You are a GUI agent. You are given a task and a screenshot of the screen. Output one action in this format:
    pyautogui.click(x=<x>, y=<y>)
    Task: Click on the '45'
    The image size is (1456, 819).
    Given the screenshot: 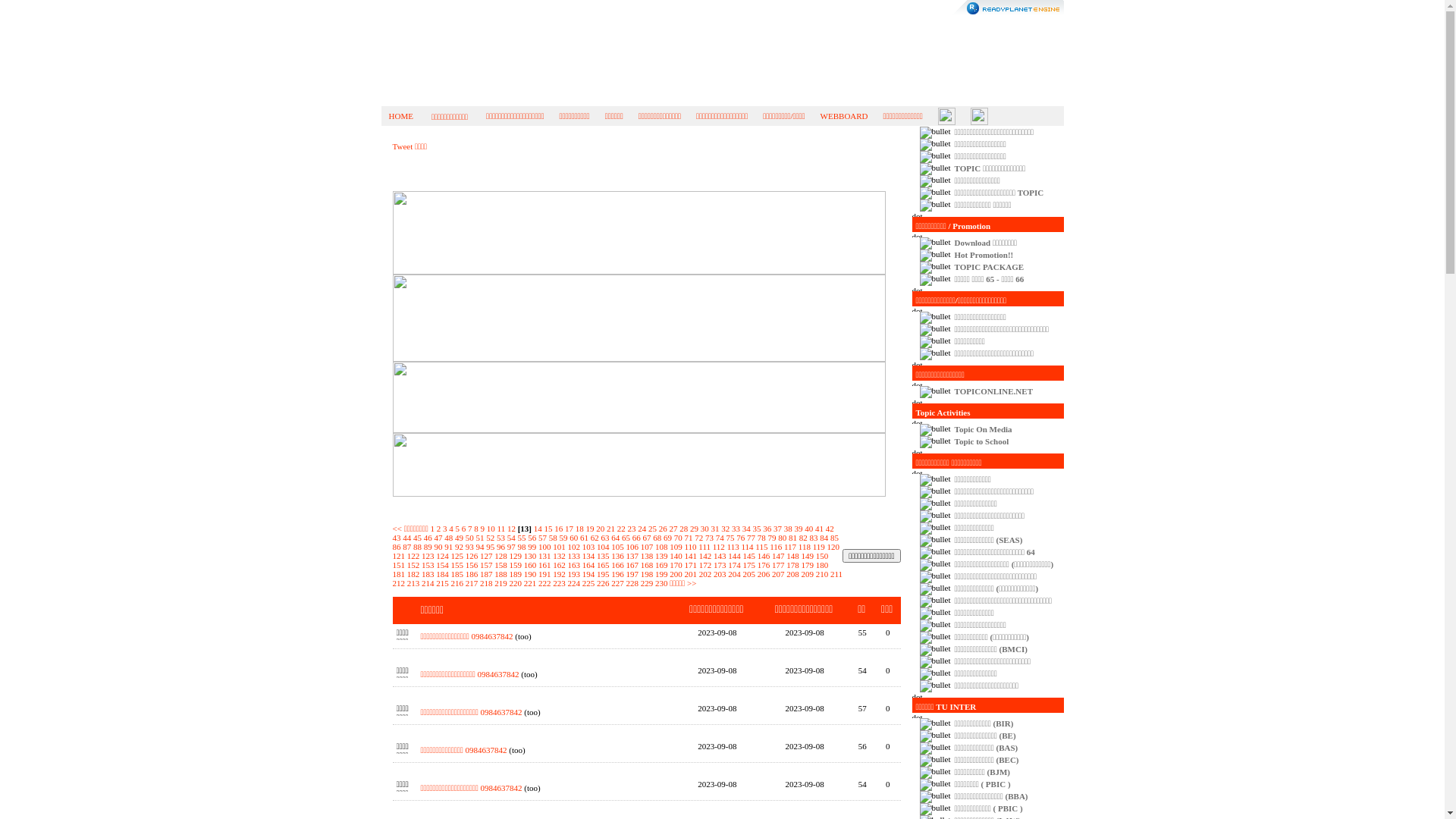 What is the action you would take?
    pyautogui.click(x=417, y=537)
    